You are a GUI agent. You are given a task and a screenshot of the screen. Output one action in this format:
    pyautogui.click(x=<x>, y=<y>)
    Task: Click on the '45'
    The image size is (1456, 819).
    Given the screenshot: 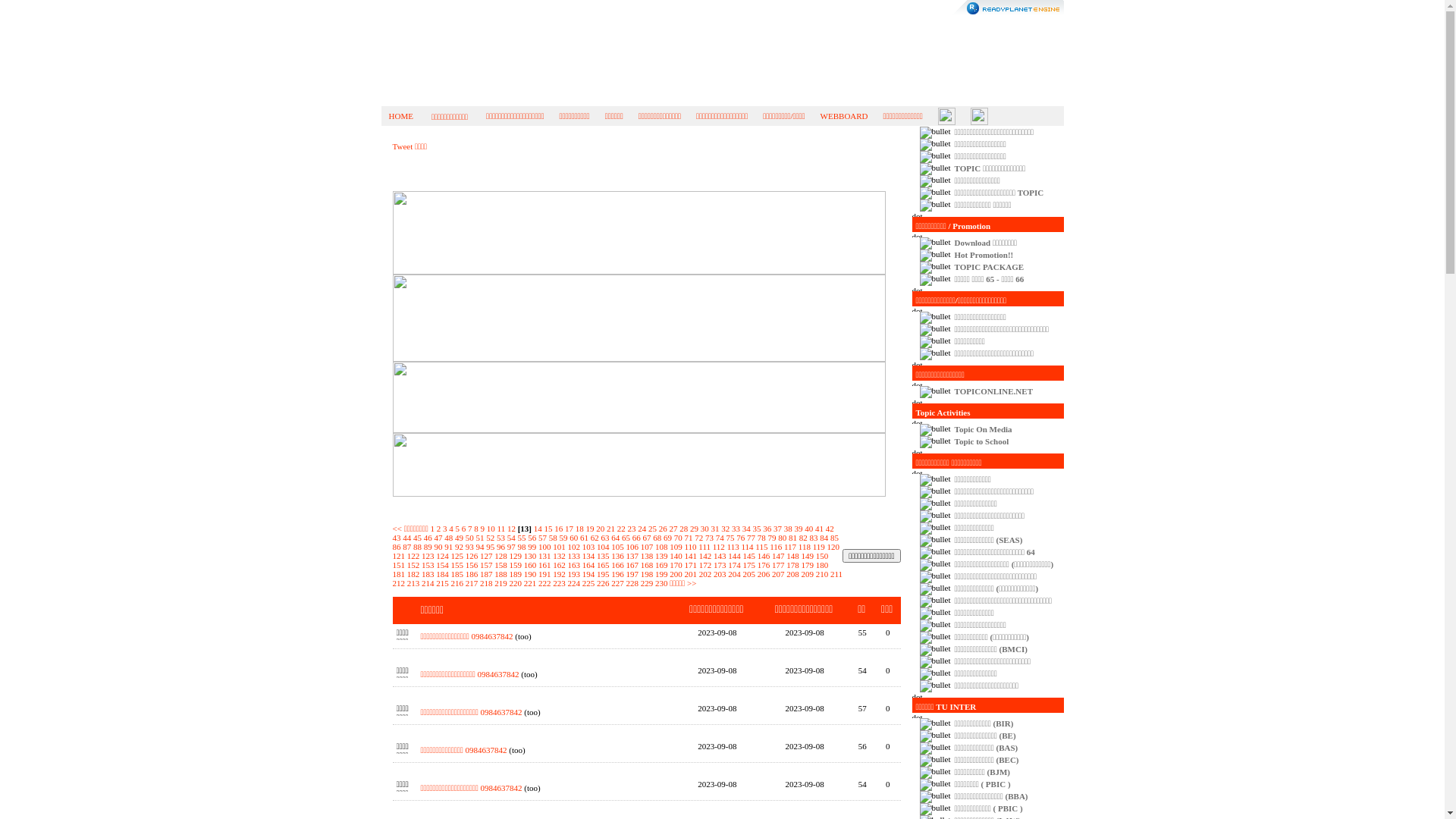 What is the action you would take?
    pyautogui.click(x=417, y=537)
    